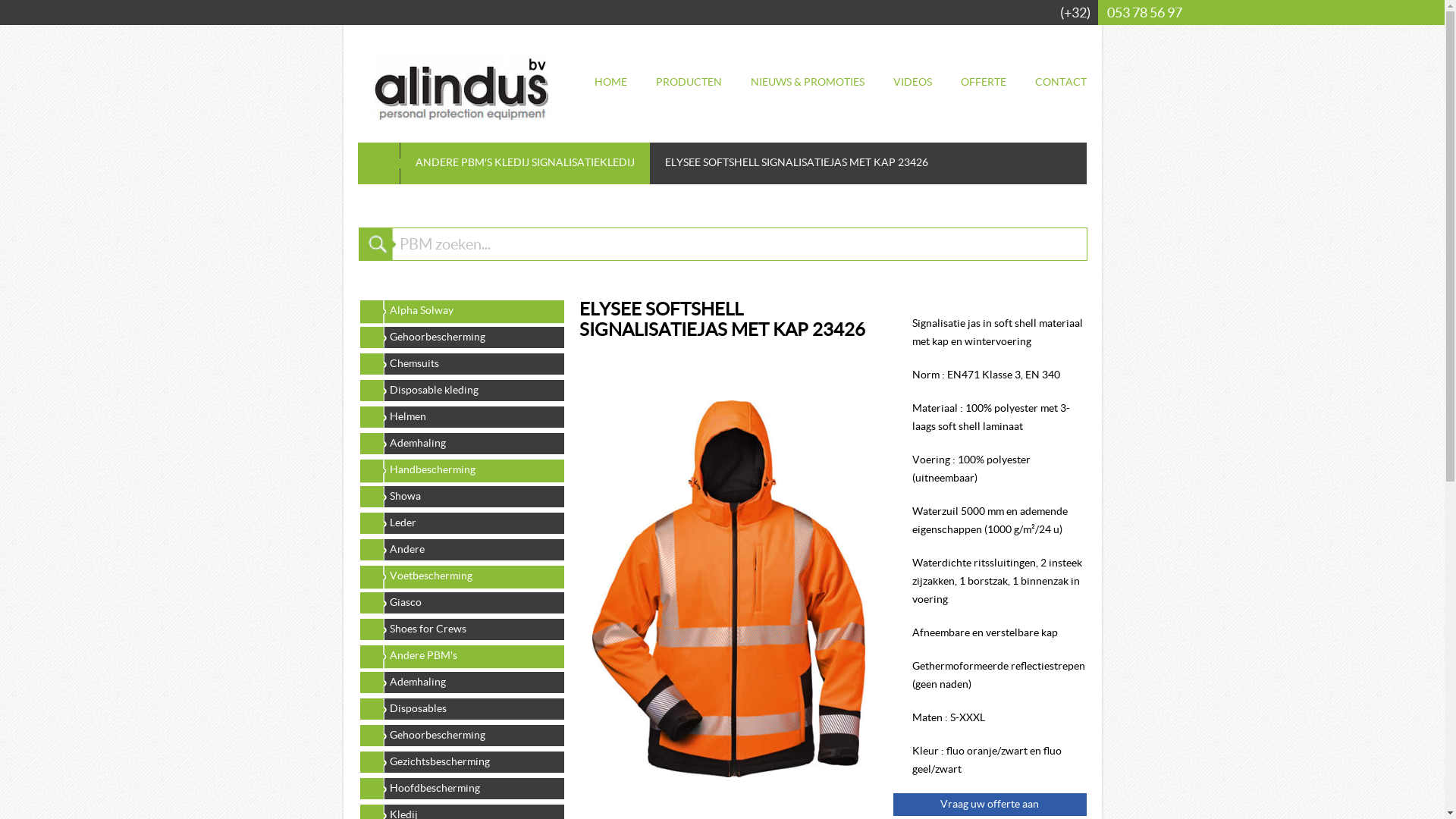 The width and height of the screenshot is (1456, 819). What do you see at coordinates (460, 549) in the screenshot?
I see `'Andere'` at bounding box center [460, 549].